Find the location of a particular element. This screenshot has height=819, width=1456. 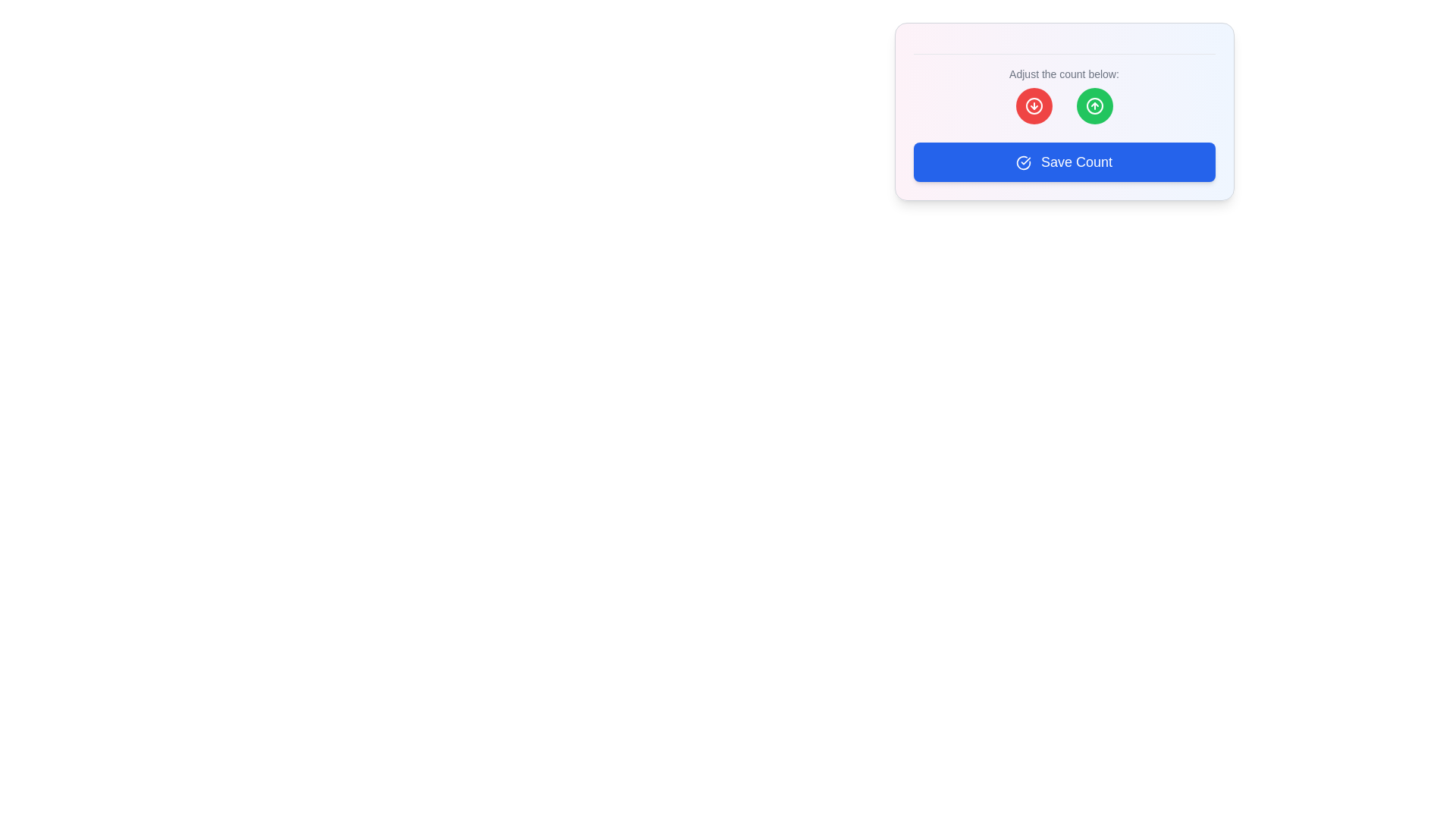

the circular graphical element within the SVG icon, which is positioned near the top center-left of the interface box containing adjustment and save buttons is located at coordinates (1033, 105).